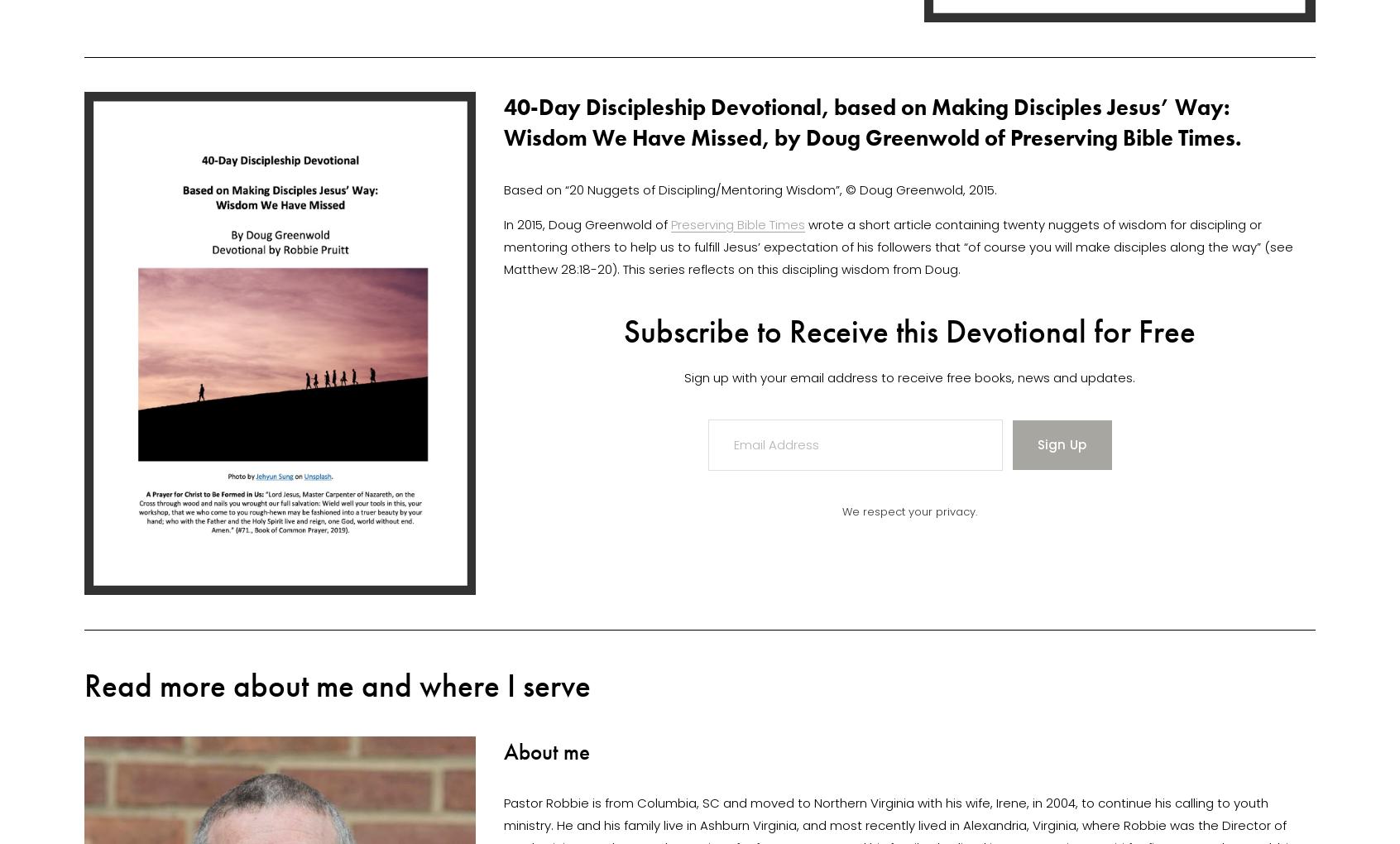 This screenshot has width=1400, height=844. I want to click on 'Subscribe to Receive this Devotional for Free', so click(909, 330).